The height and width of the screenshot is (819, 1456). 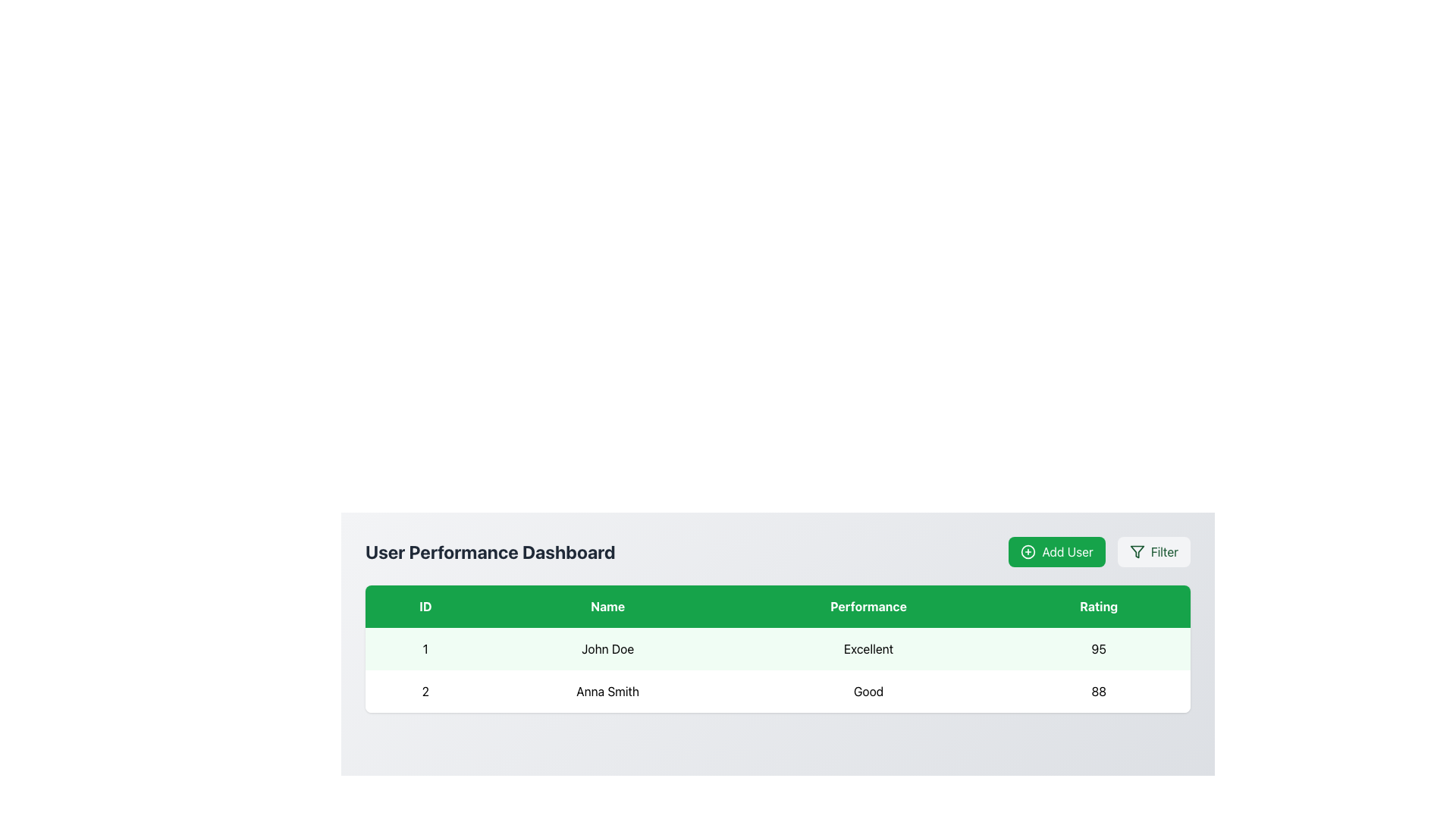 What do you see at coordinates (1099, 648) in the screenshot?
I see `the Table Cell displaying the value '95' in the fourth column under the 'Rating' header of the user performance table` at bounding box center [1099, 648].